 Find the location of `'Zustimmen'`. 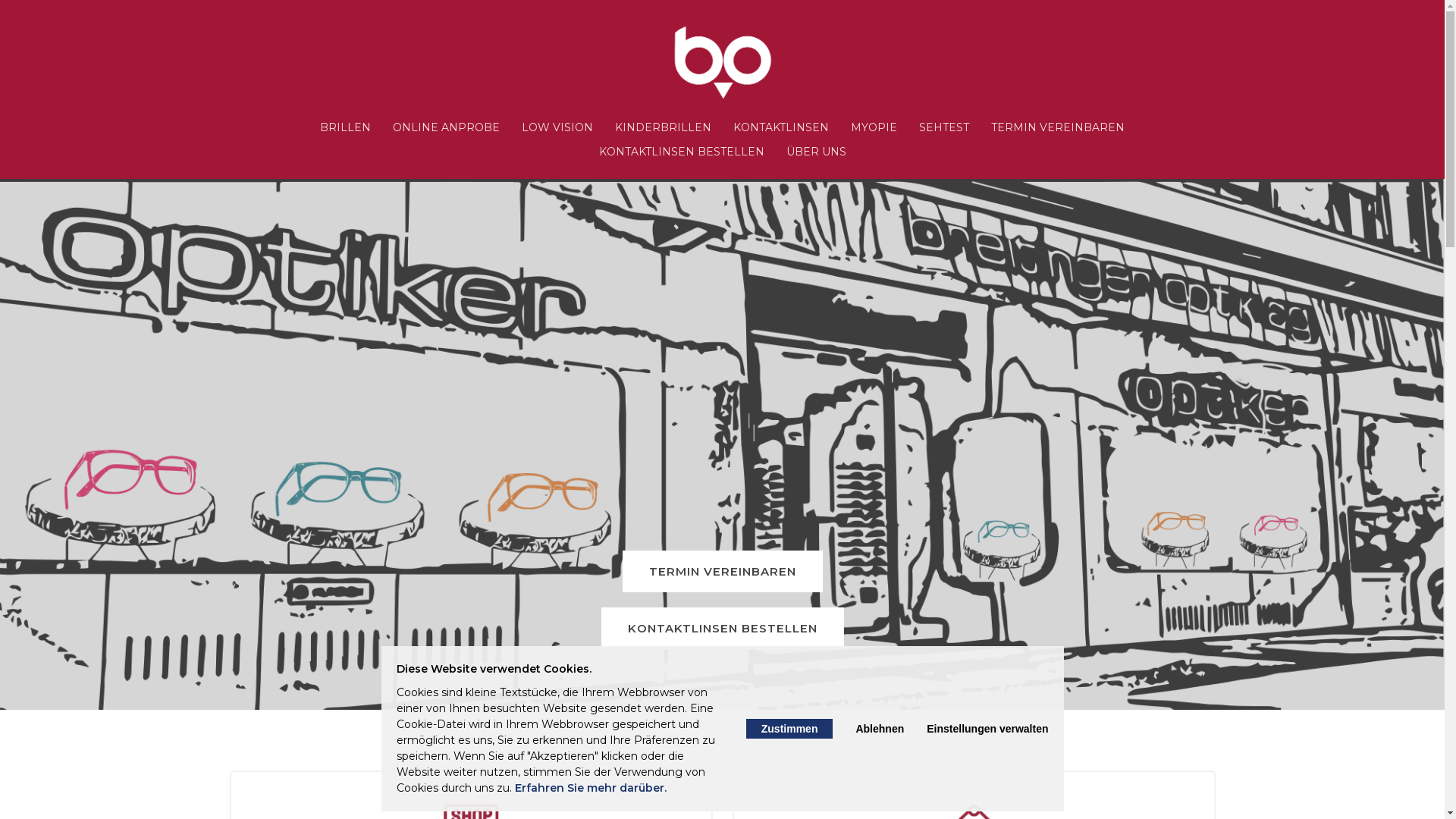

'Zustimmen' is located at coordinates (789, 727).